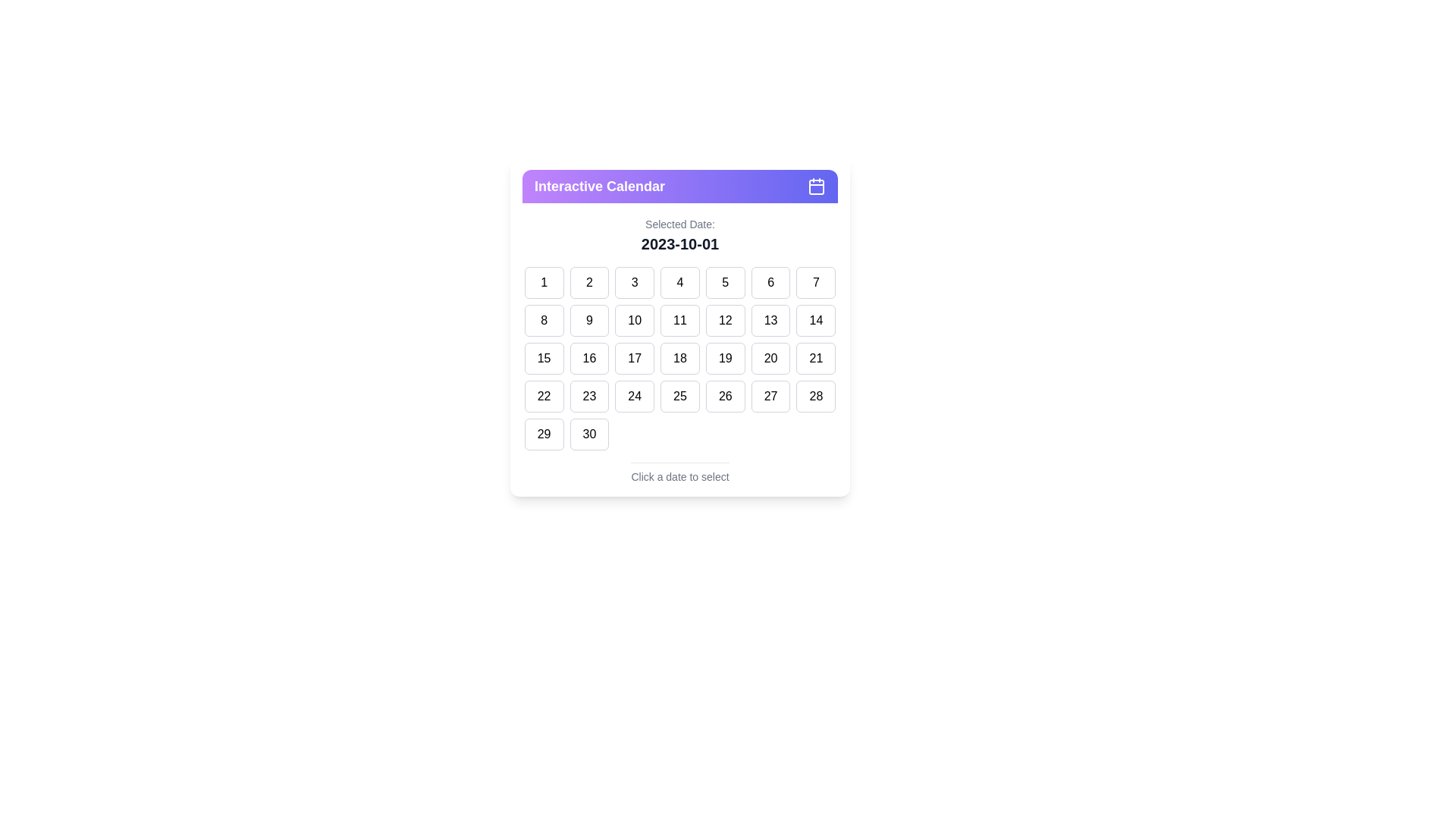  I want to click on the button representing the date '11' in the calendar interface, so click(679, 320).